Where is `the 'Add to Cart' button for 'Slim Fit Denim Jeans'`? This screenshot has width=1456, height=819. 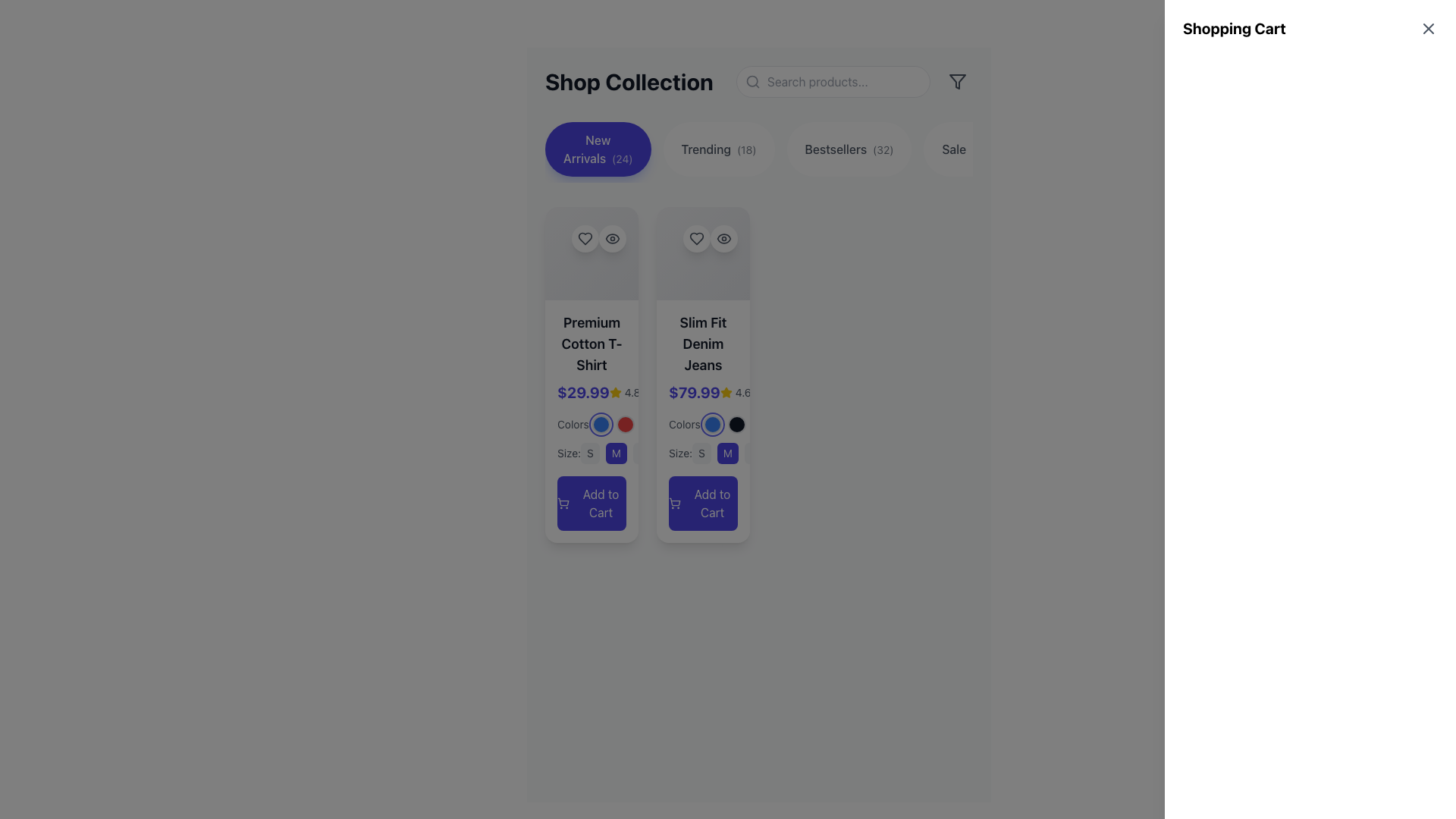 the 'Add to Cart' button for 'Slim Fit Denim Jeans' is located at coordinates (702, 503).